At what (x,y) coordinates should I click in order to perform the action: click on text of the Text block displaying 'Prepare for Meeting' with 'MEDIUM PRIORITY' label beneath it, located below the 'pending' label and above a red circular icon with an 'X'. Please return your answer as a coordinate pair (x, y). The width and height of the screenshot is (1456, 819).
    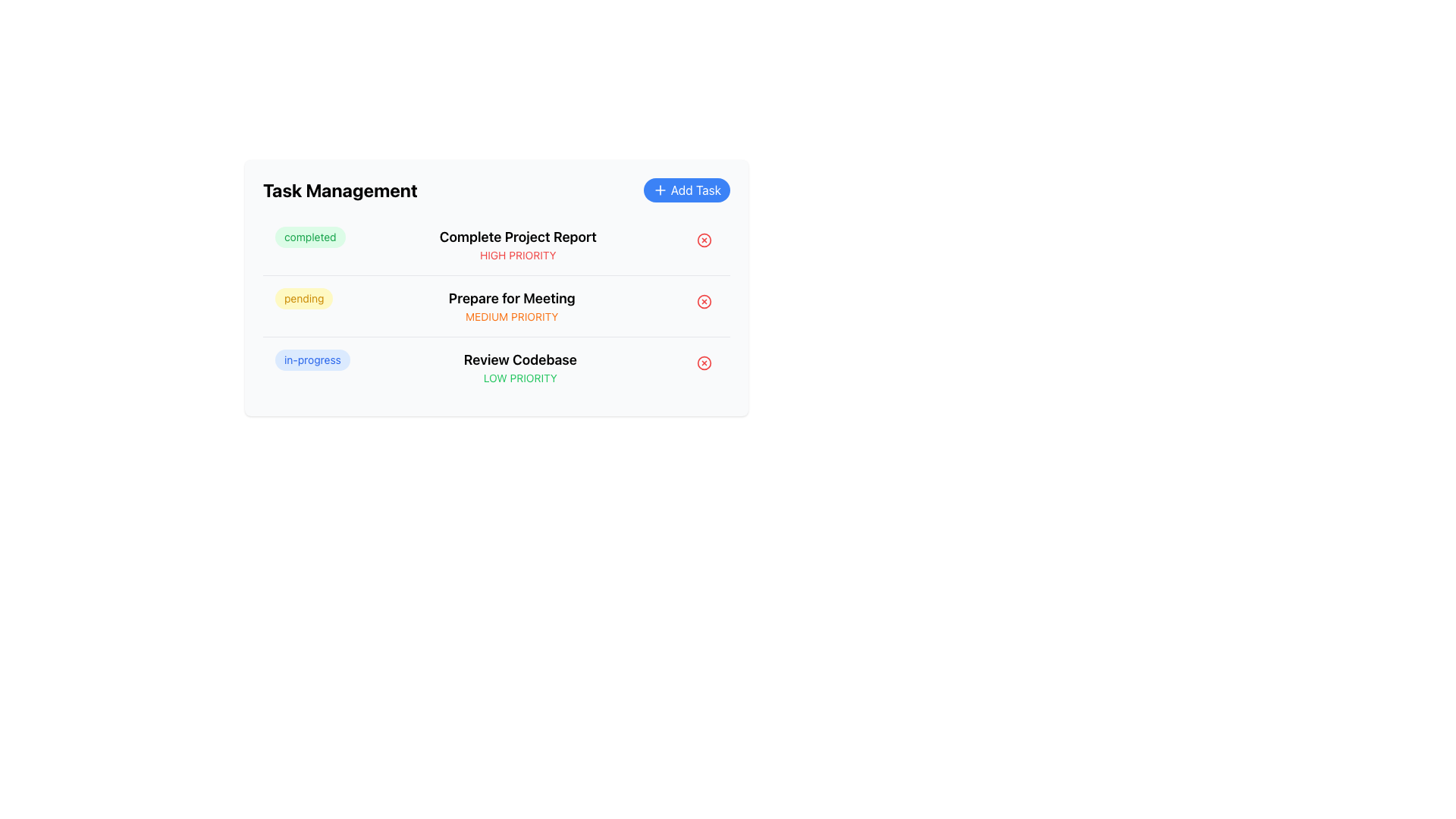
    Looking at the image, I should click on (512, 306).